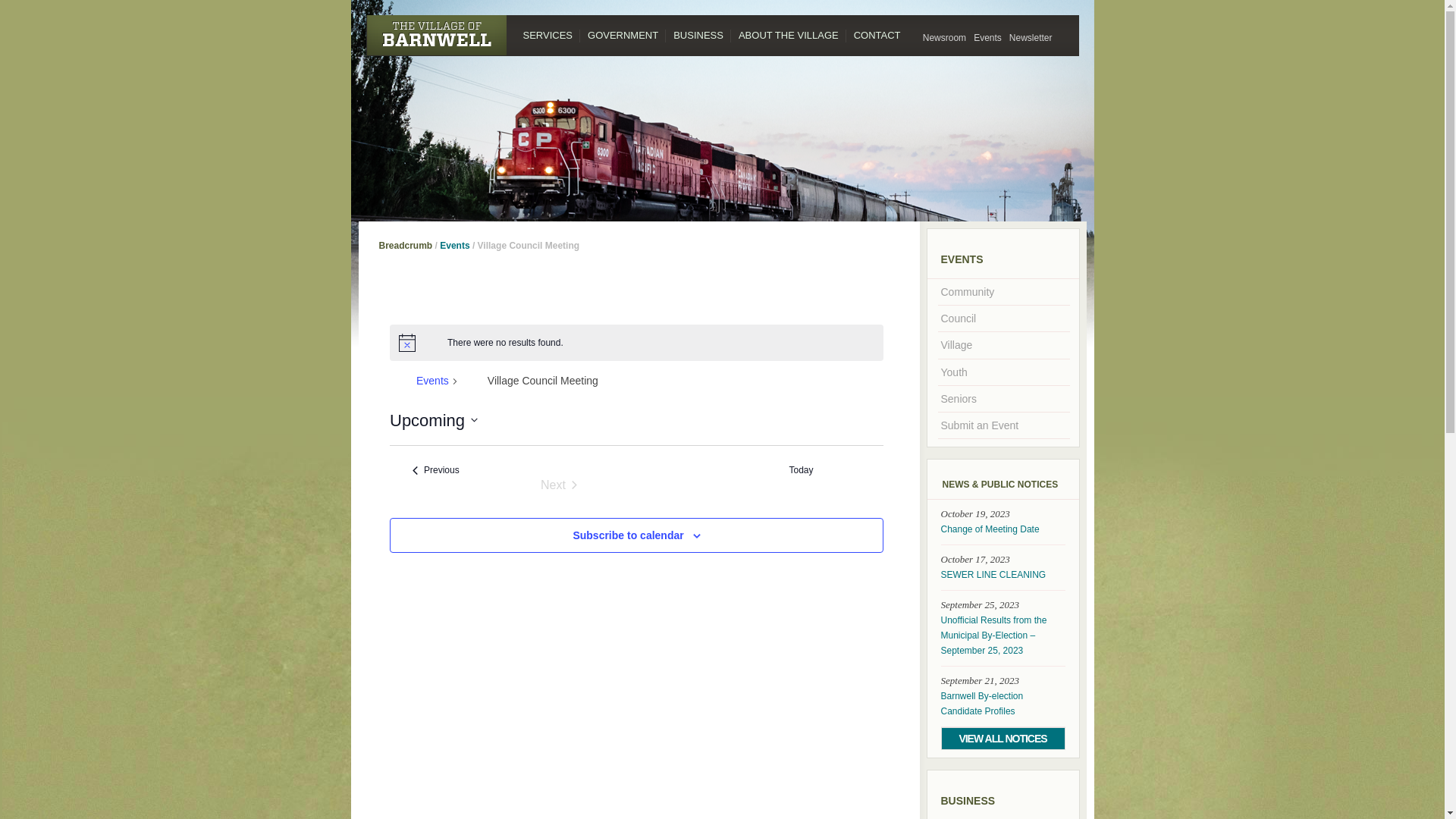  What do you see at coordinates (623, 34) in the screenshot?
I see `'GOVERNMENT'` at bounding box center [623, 34].